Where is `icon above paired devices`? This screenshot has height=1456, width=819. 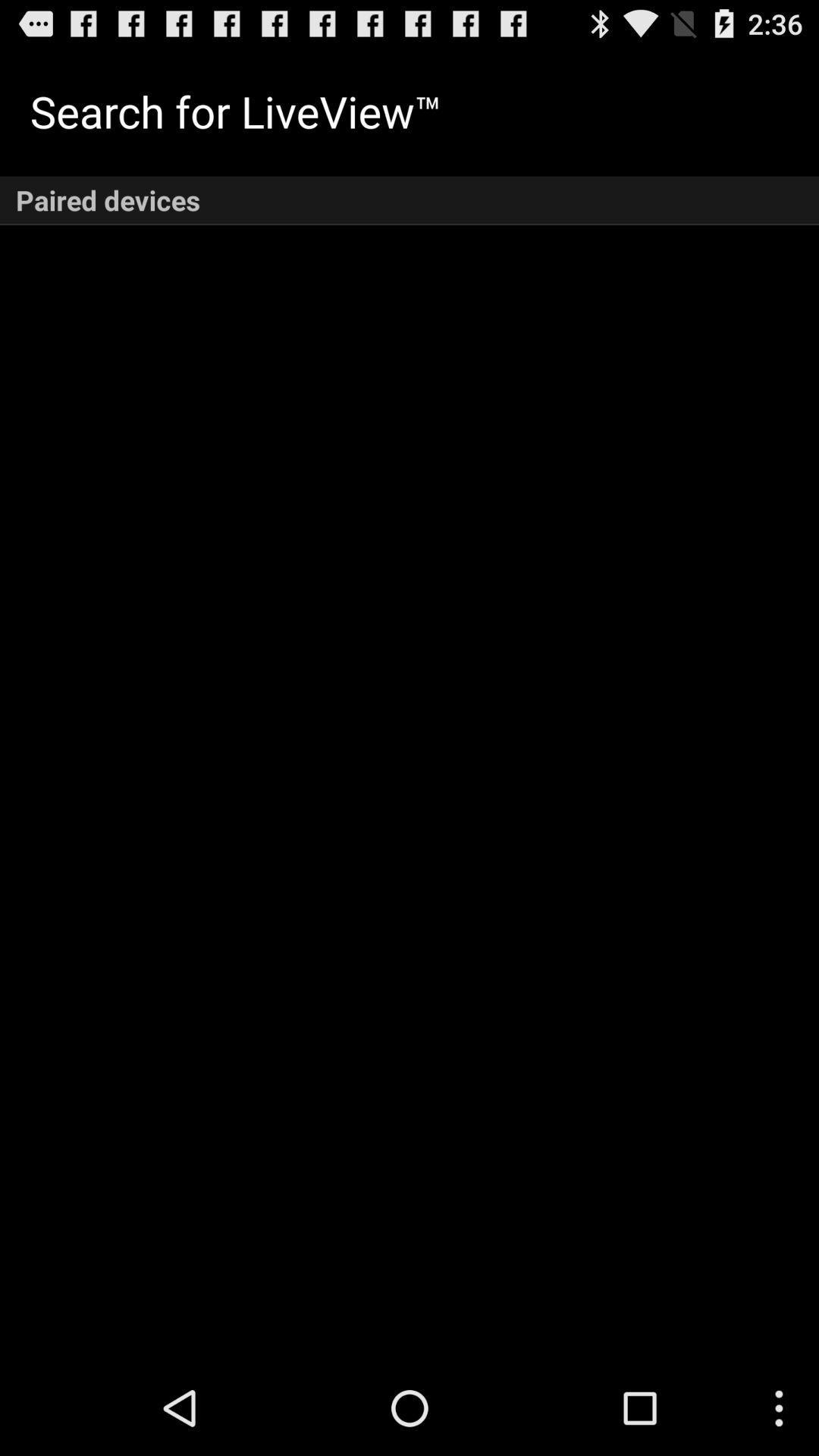 icon above paired devices is located at coordinates (236, 110).